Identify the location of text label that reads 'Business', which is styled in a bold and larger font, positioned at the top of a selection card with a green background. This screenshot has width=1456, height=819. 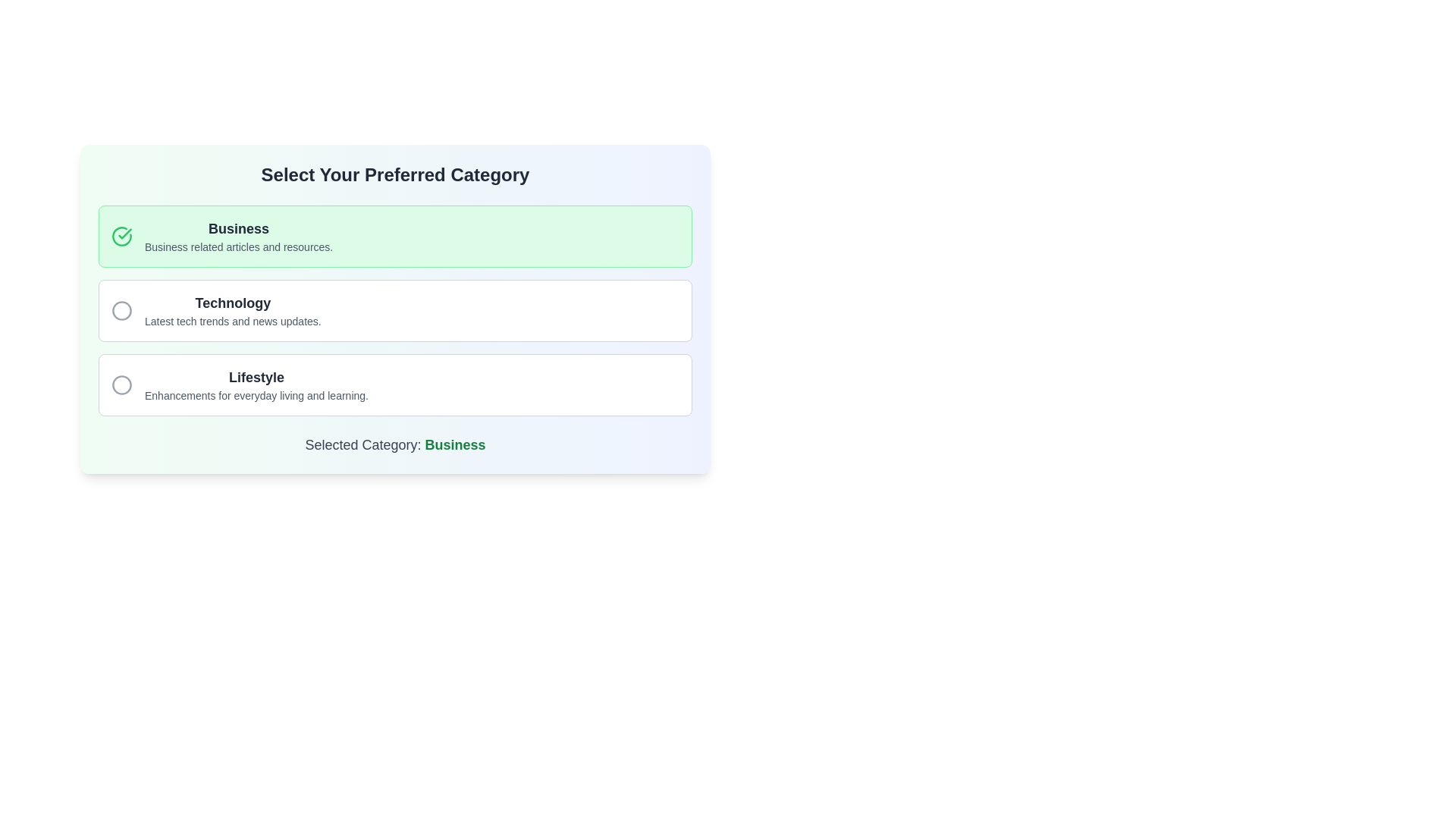
(238, 228).